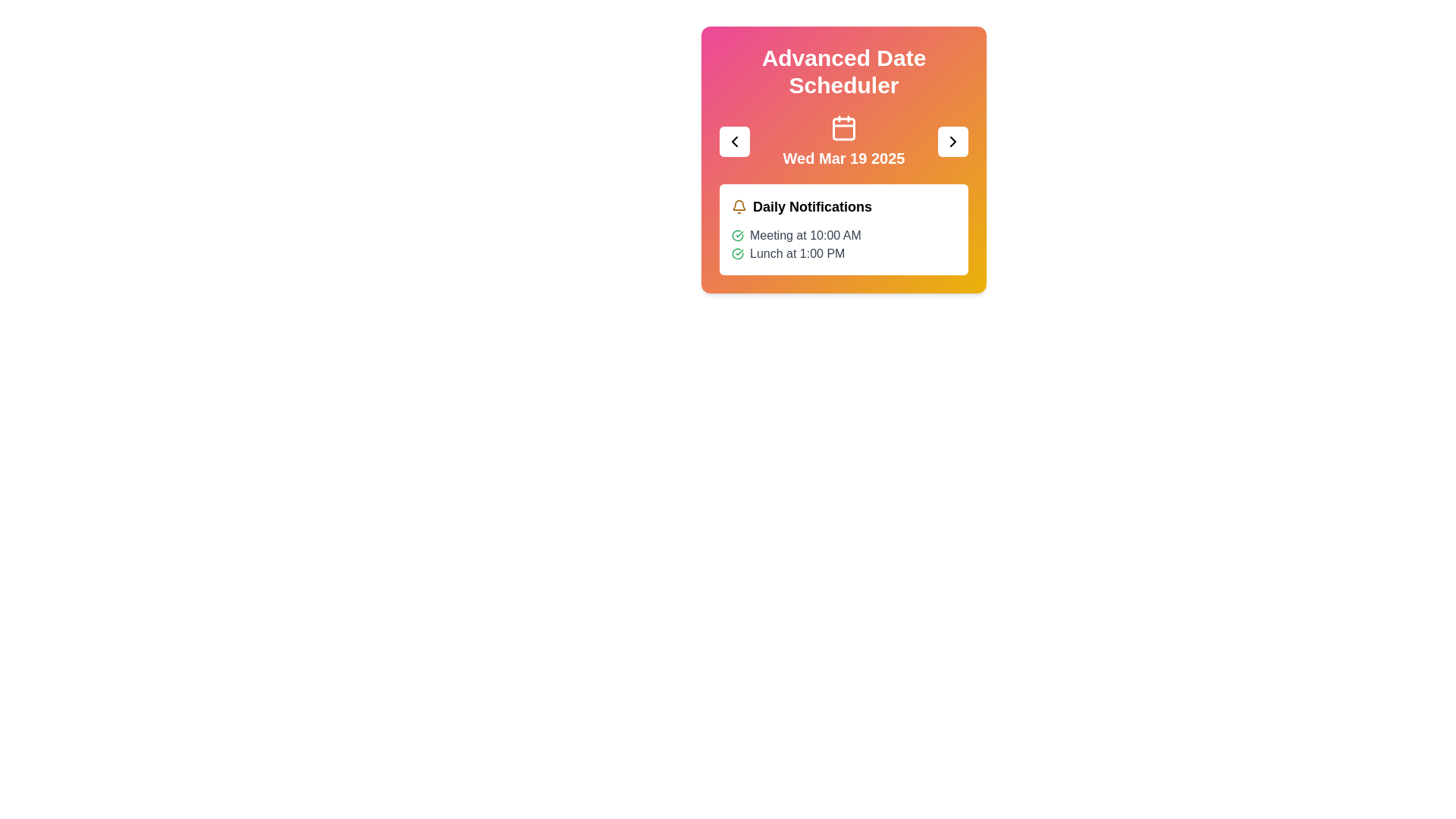  Describe the element at coordinates (952, 141) in the screenshot. I see `the chevron icon button, which is styled in black and located in the top-right corner of the main card, adjacent to the date display` at that location.